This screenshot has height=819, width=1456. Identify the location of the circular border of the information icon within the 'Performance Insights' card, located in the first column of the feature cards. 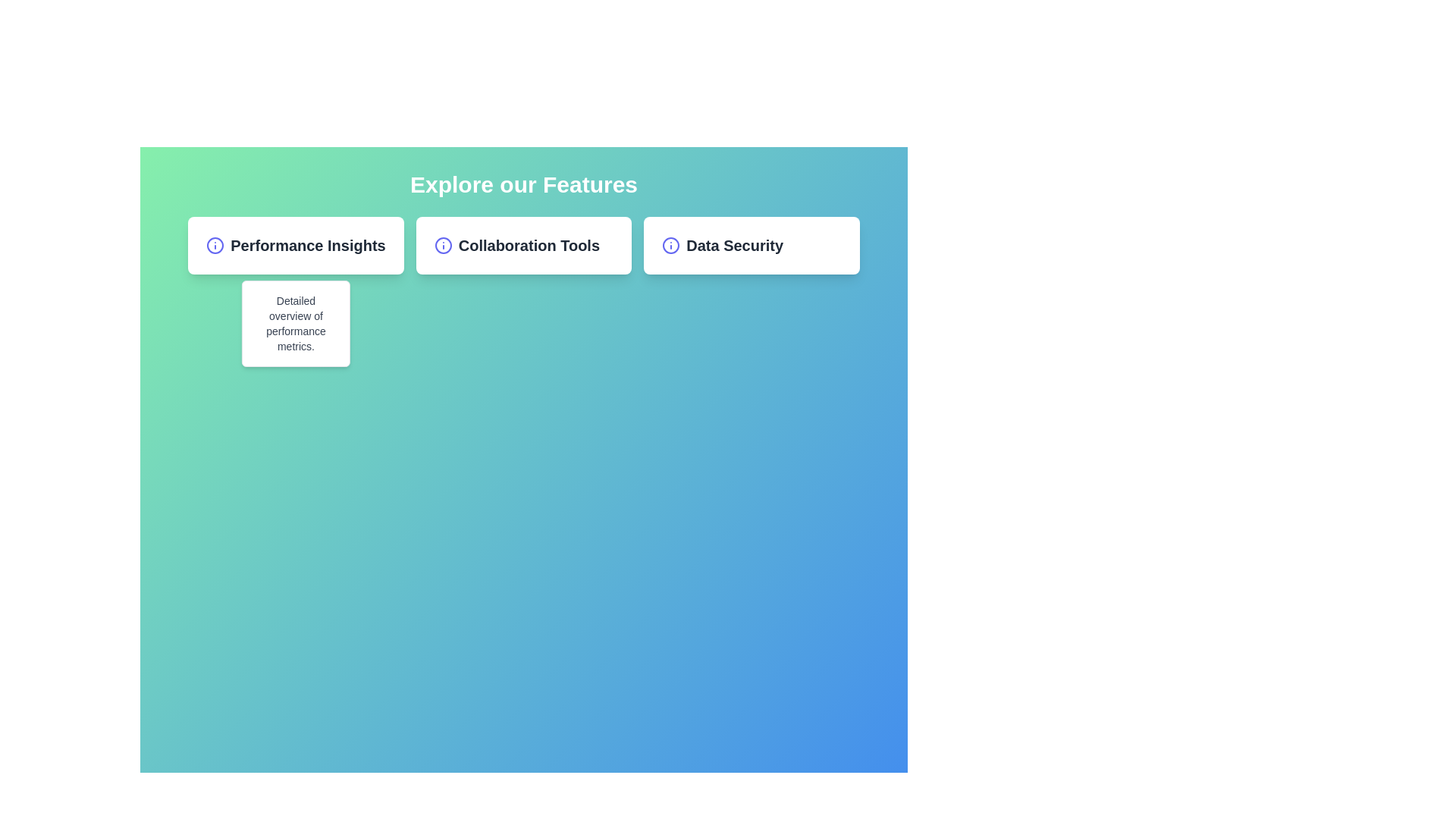
(215, 245).